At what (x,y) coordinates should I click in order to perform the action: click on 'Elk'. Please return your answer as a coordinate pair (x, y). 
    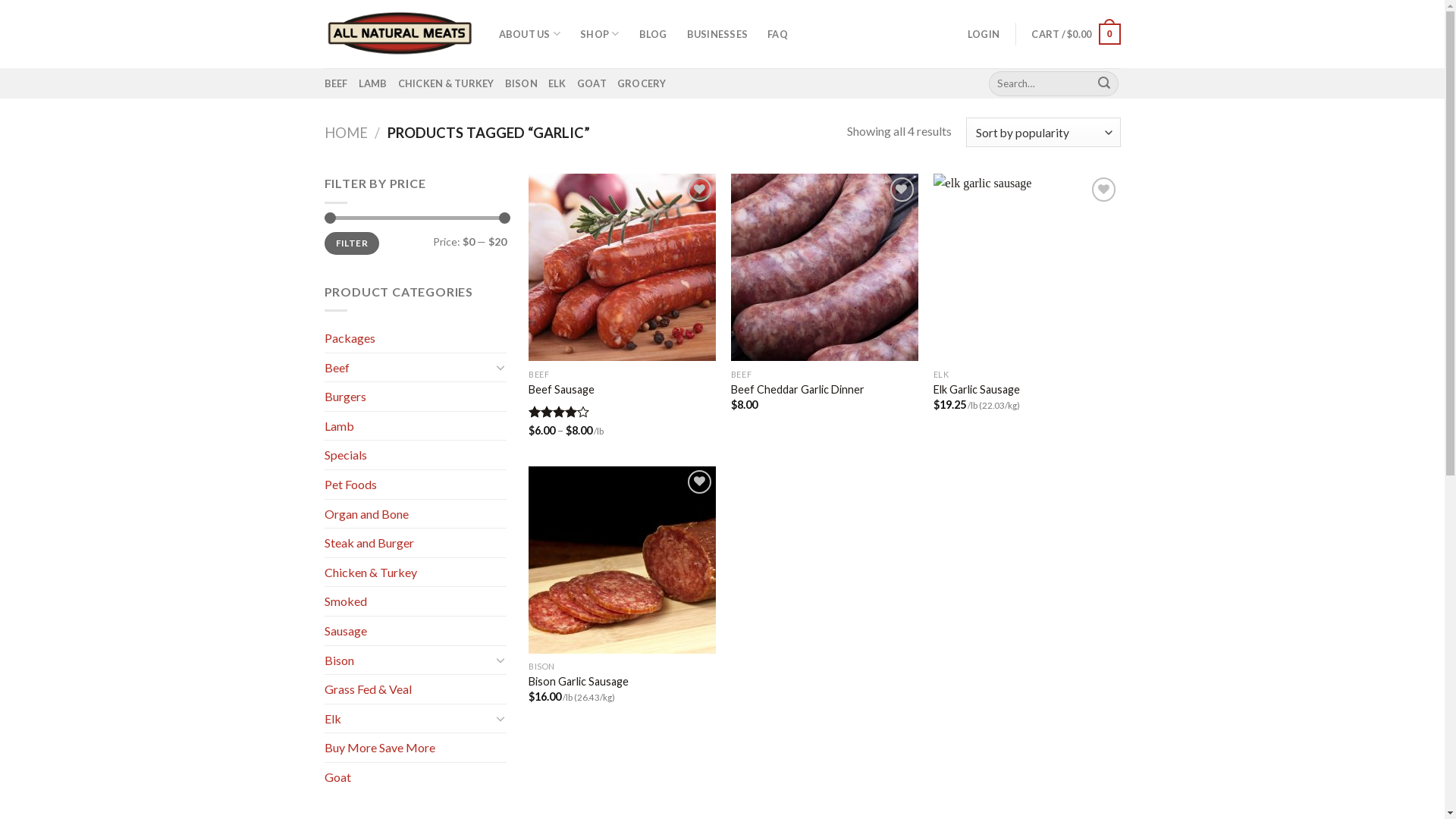
    Looking at the image, I should click on (407, 718).